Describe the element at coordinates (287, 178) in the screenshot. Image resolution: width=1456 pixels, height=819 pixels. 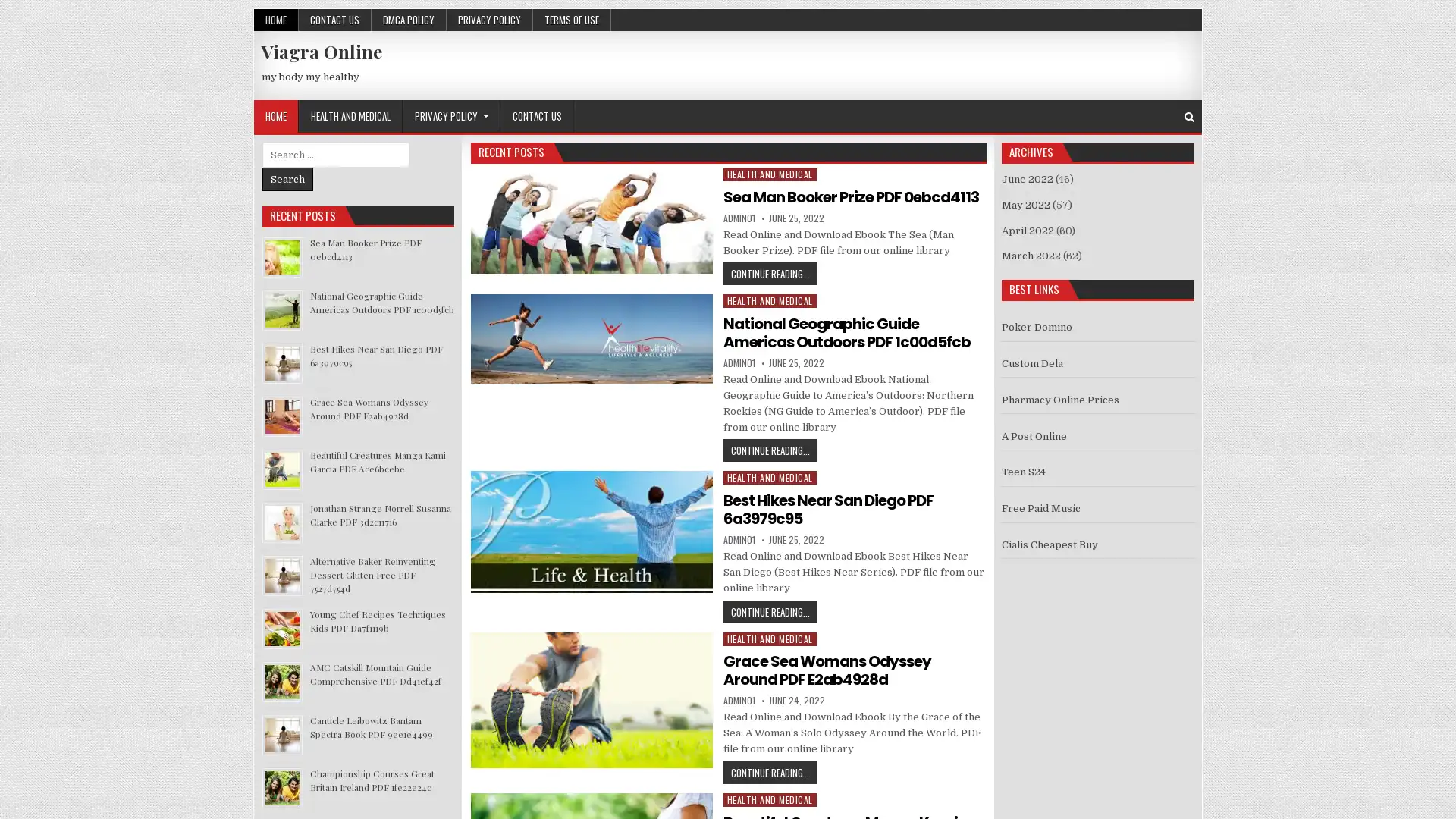
I see `Search` at that location.